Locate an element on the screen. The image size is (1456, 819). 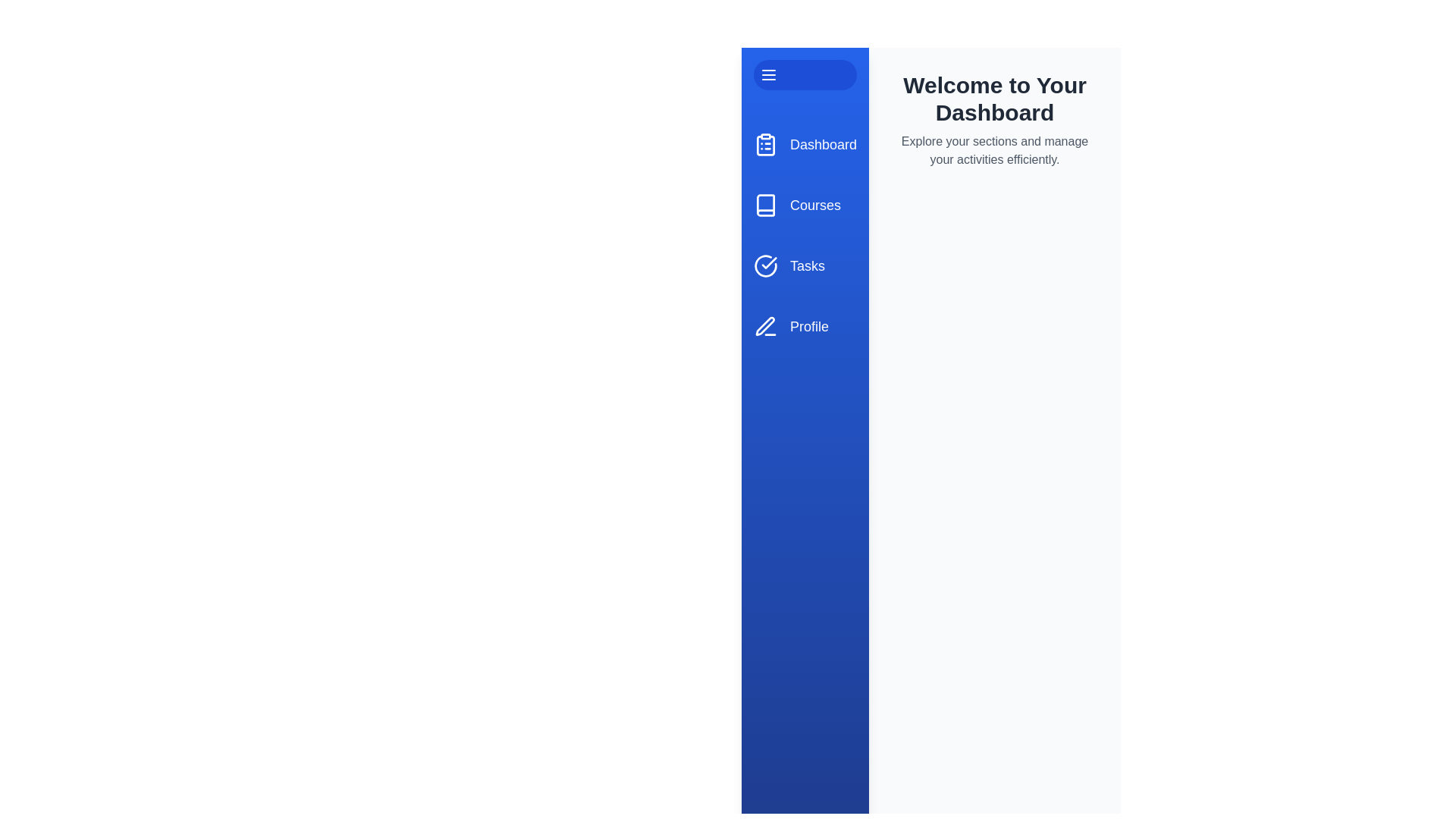
the toggle button to change the drawer's state is located at coordinates (804, 75).